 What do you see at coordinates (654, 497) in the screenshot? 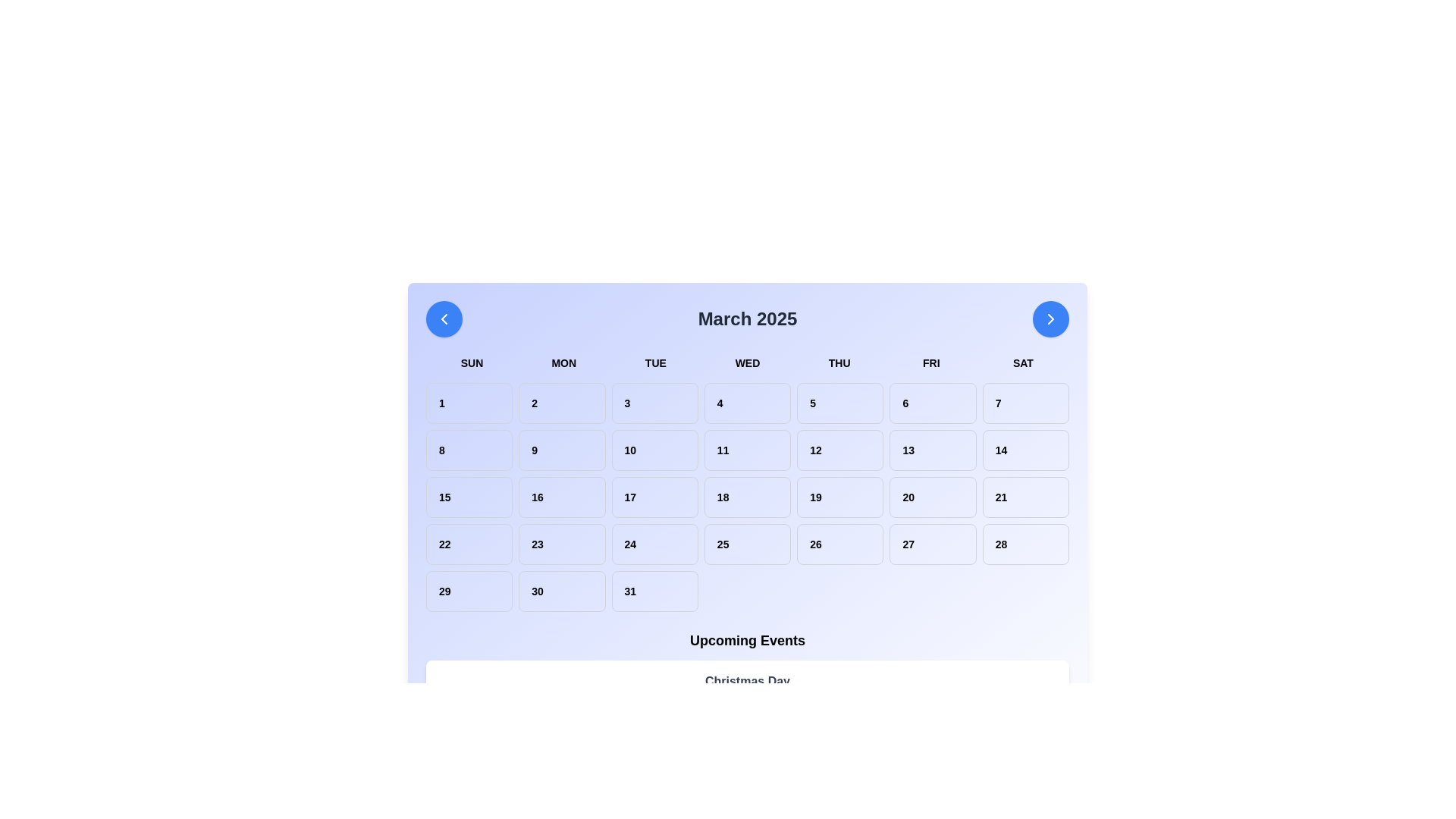
I see `the text label indicating the calendar day '17' located in the 'Tuesday' column of the third row in the calendar grid for accessibility interaction` at bounding box center [654, 497].